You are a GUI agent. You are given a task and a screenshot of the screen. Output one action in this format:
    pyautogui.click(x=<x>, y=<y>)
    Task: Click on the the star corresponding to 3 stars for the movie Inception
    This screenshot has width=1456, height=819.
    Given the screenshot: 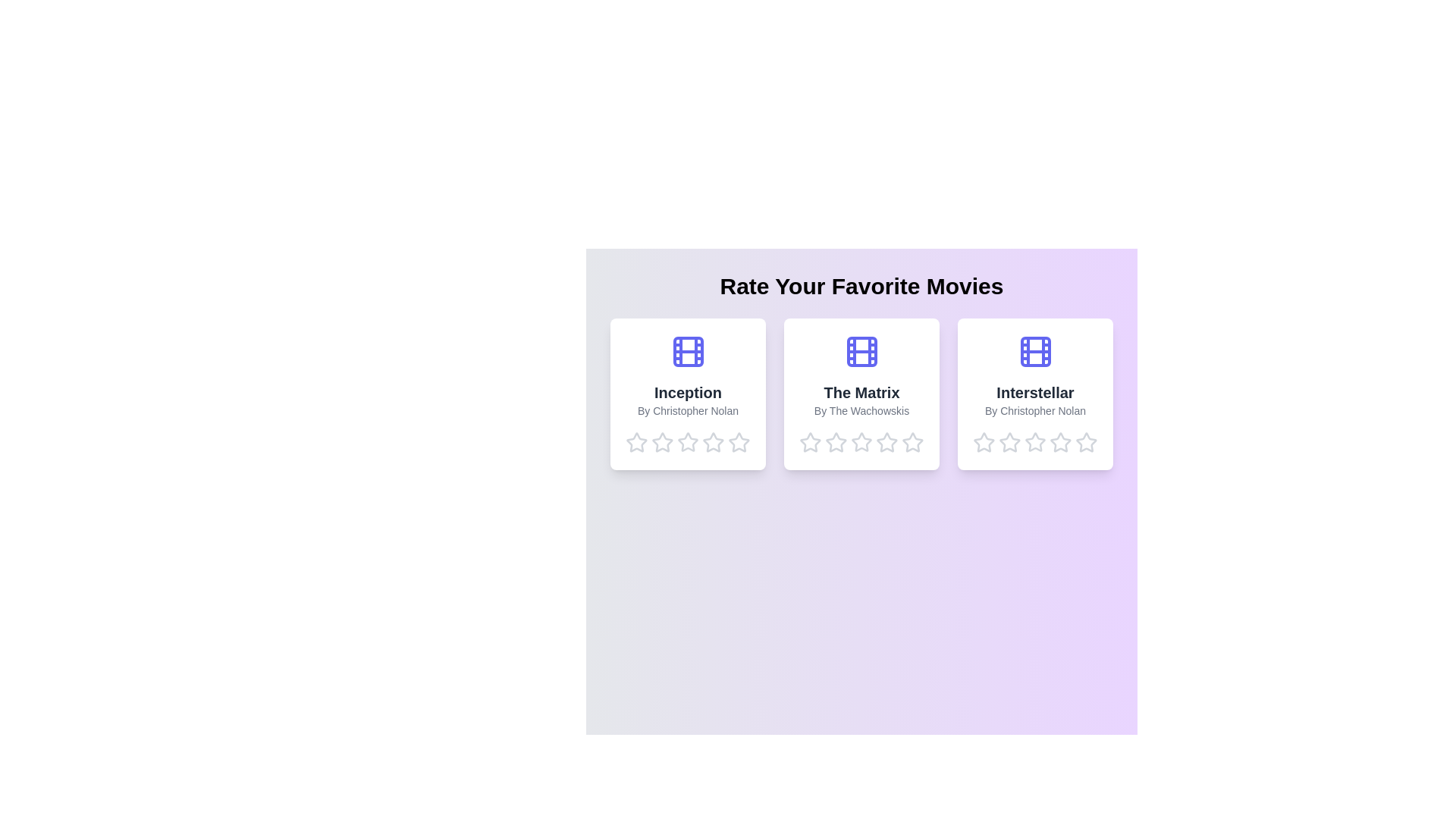 What is the action you would take?
    pyautogui.click(x=687, y=442)
    